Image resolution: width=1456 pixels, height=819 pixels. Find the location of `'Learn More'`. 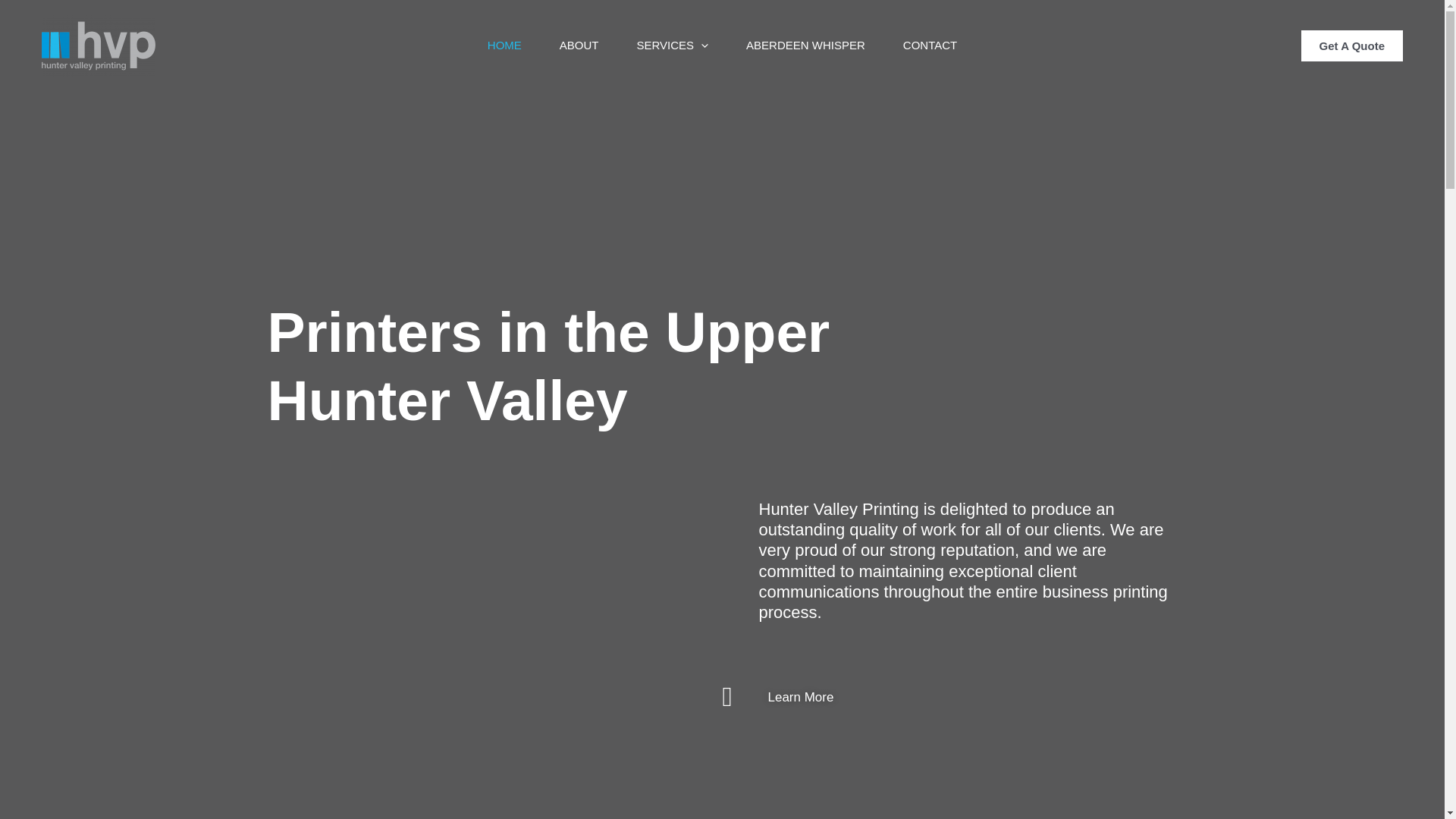

'Learn More' is located at coordinates (720, 696).